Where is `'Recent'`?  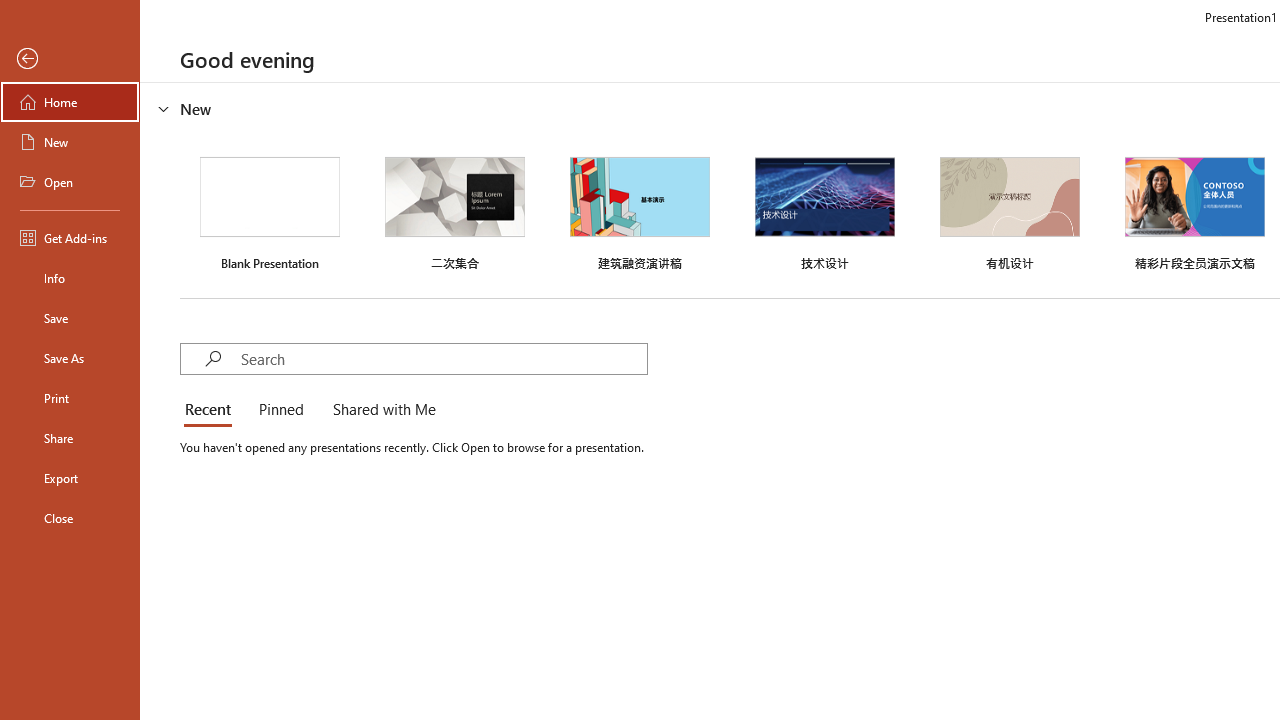 'Recent' is located at coordinates (212, 410).